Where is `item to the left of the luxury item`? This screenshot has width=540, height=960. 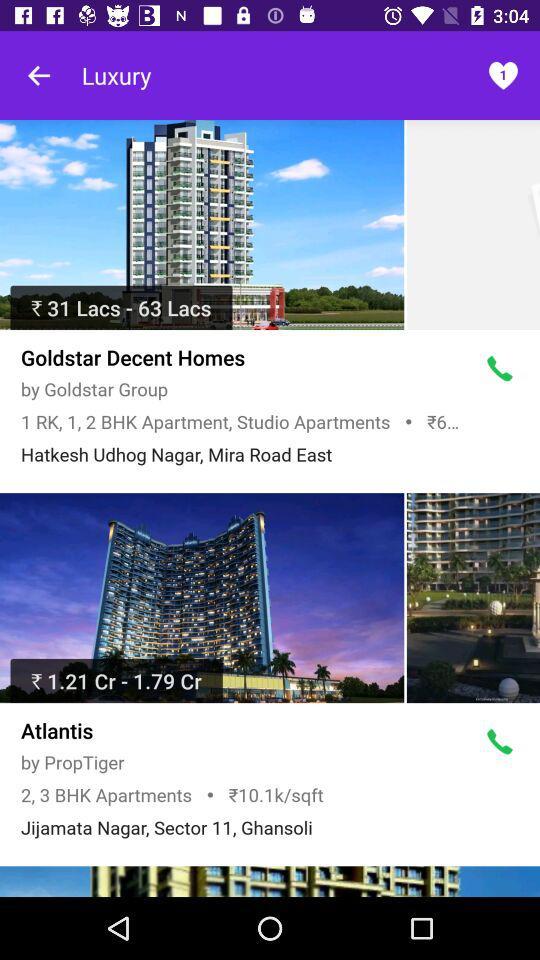
item to the left of the luxury item is located at coordinates (39, 75).